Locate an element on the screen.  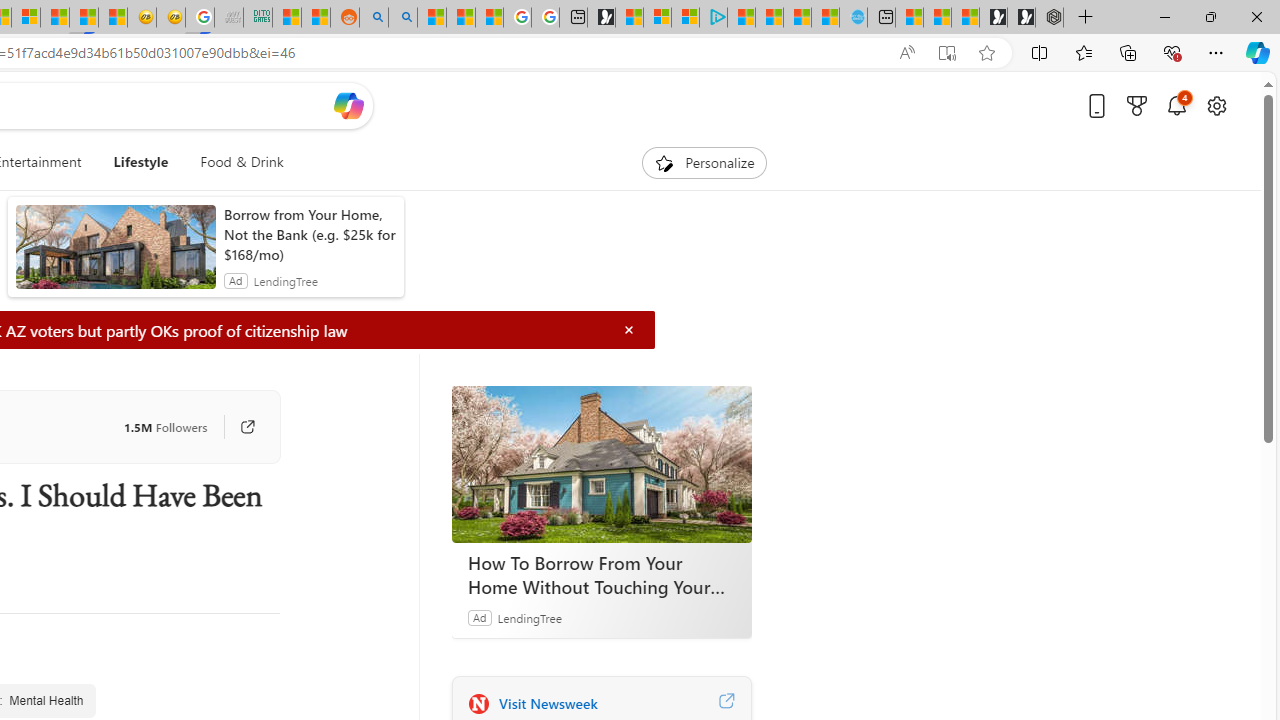
'Open settings' is located at coordinates (1215, 105).